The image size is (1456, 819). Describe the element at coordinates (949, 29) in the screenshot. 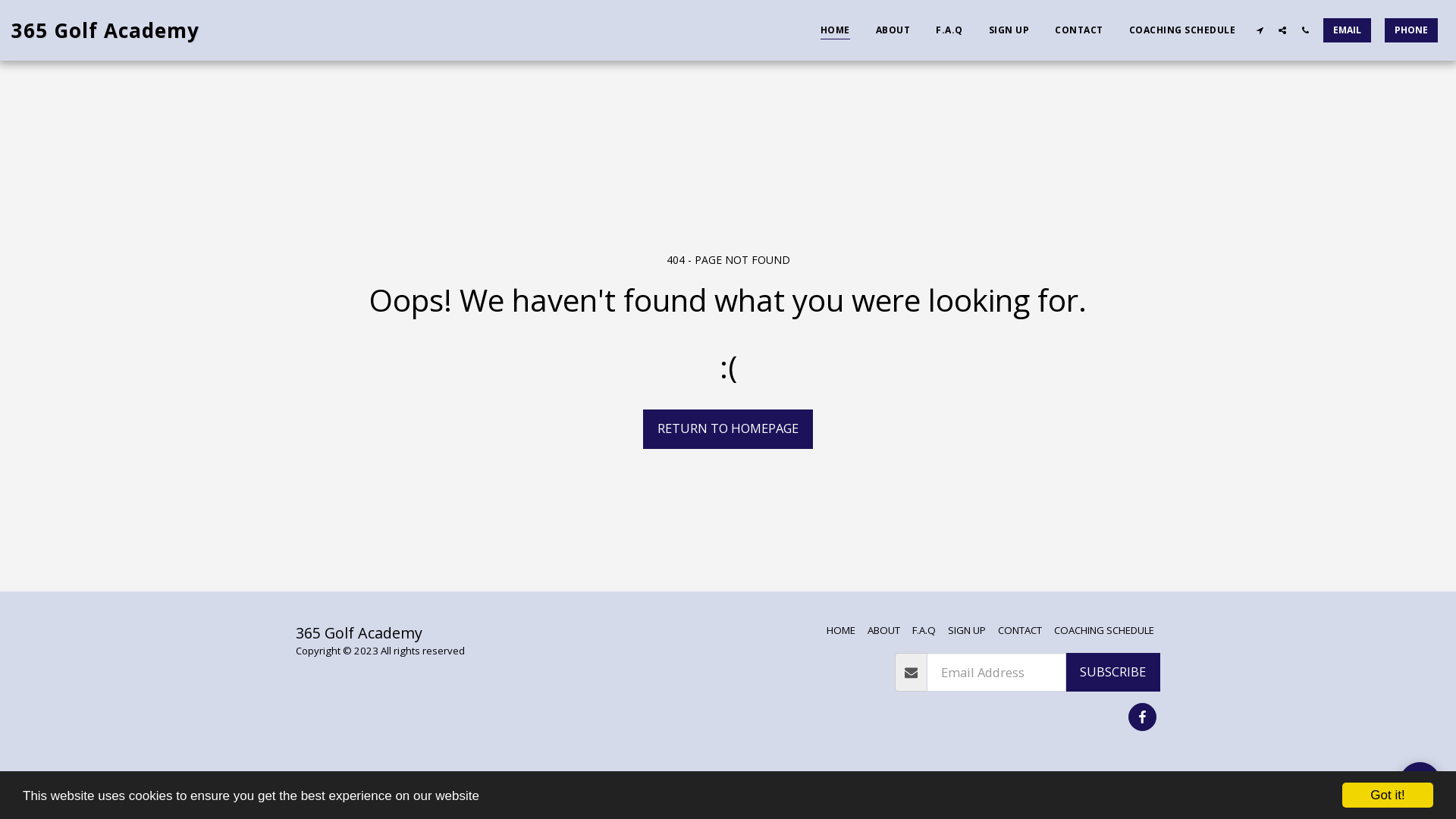

I see `'F.A.Q'` at that location.